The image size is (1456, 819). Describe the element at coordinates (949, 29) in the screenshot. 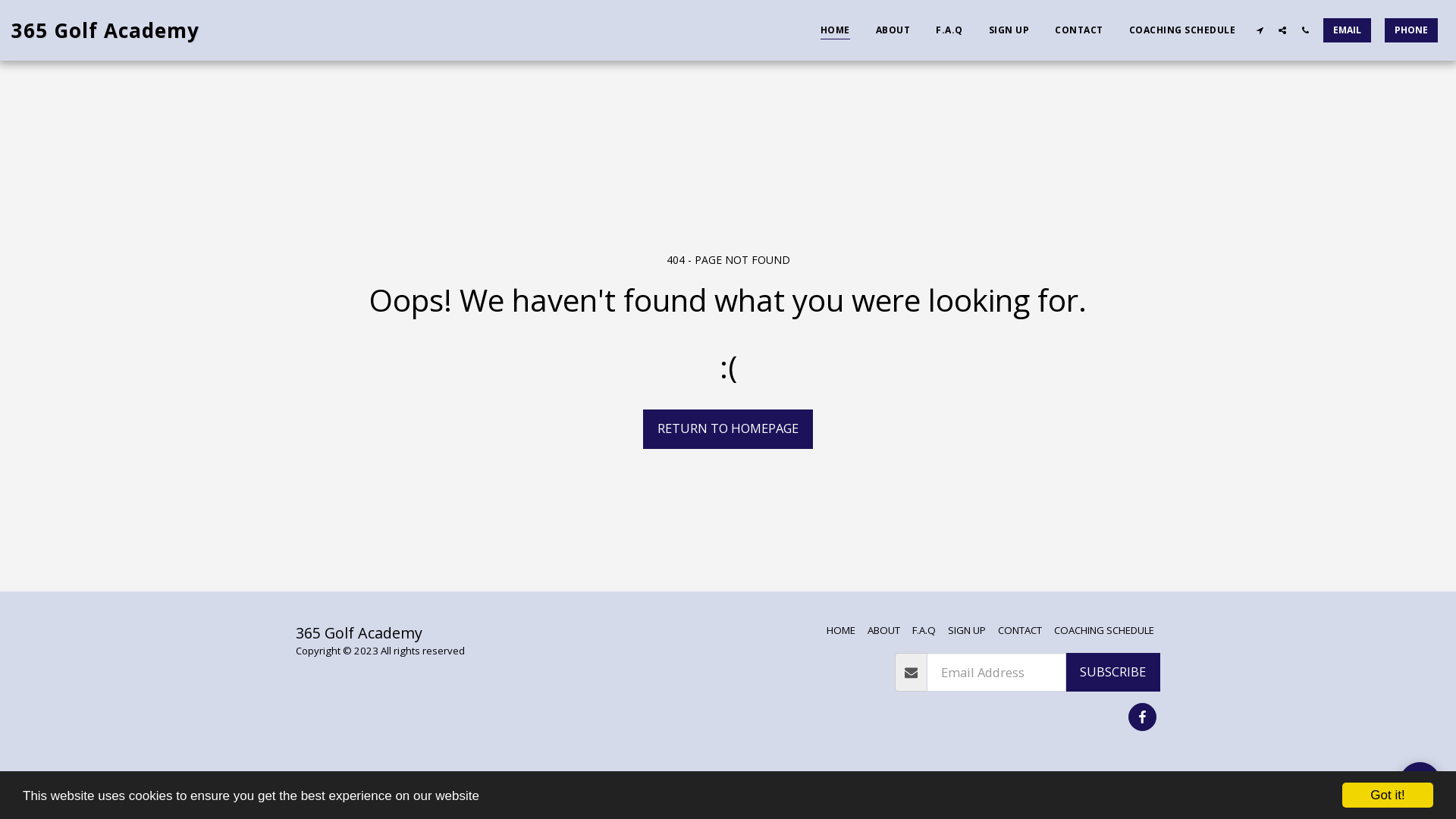

I see `'F.A.Q'` at that location.